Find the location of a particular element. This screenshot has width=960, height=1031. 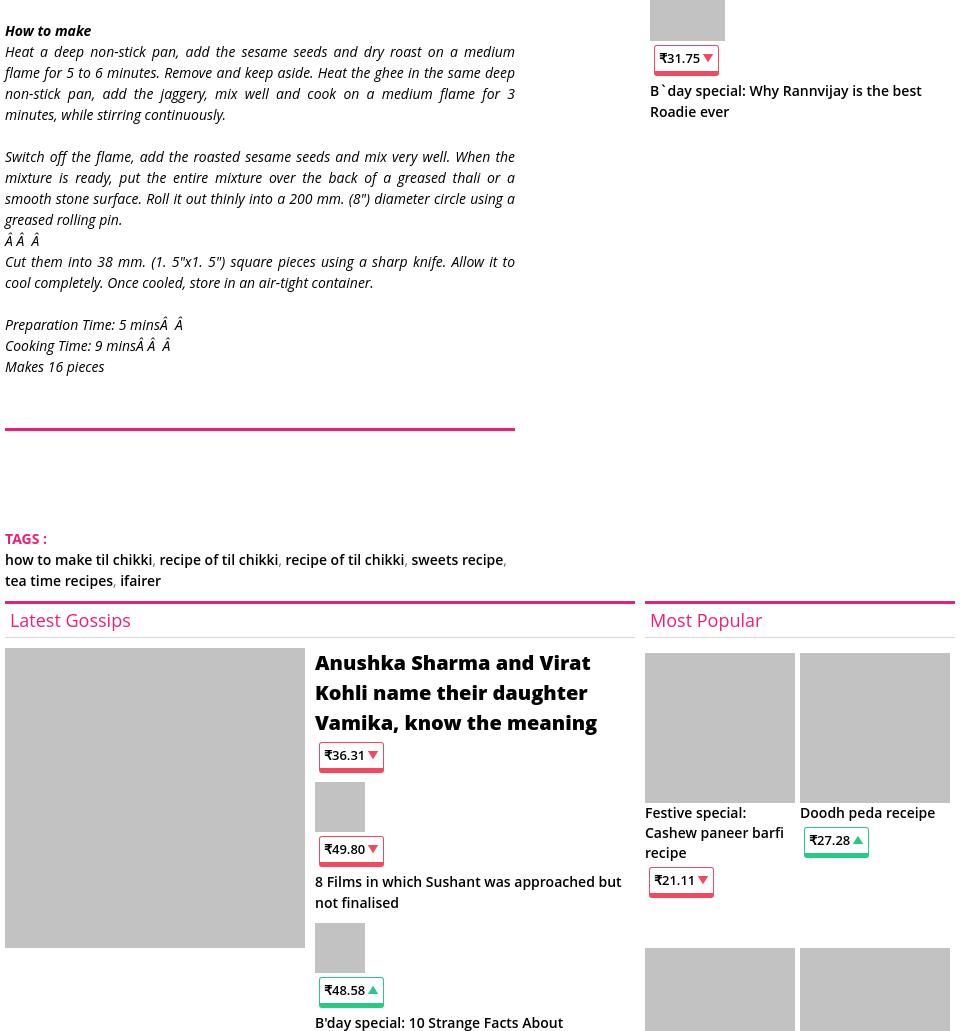

'Preparation Time: 5 minsÂ  Â' is located at coordinates (3, 322).